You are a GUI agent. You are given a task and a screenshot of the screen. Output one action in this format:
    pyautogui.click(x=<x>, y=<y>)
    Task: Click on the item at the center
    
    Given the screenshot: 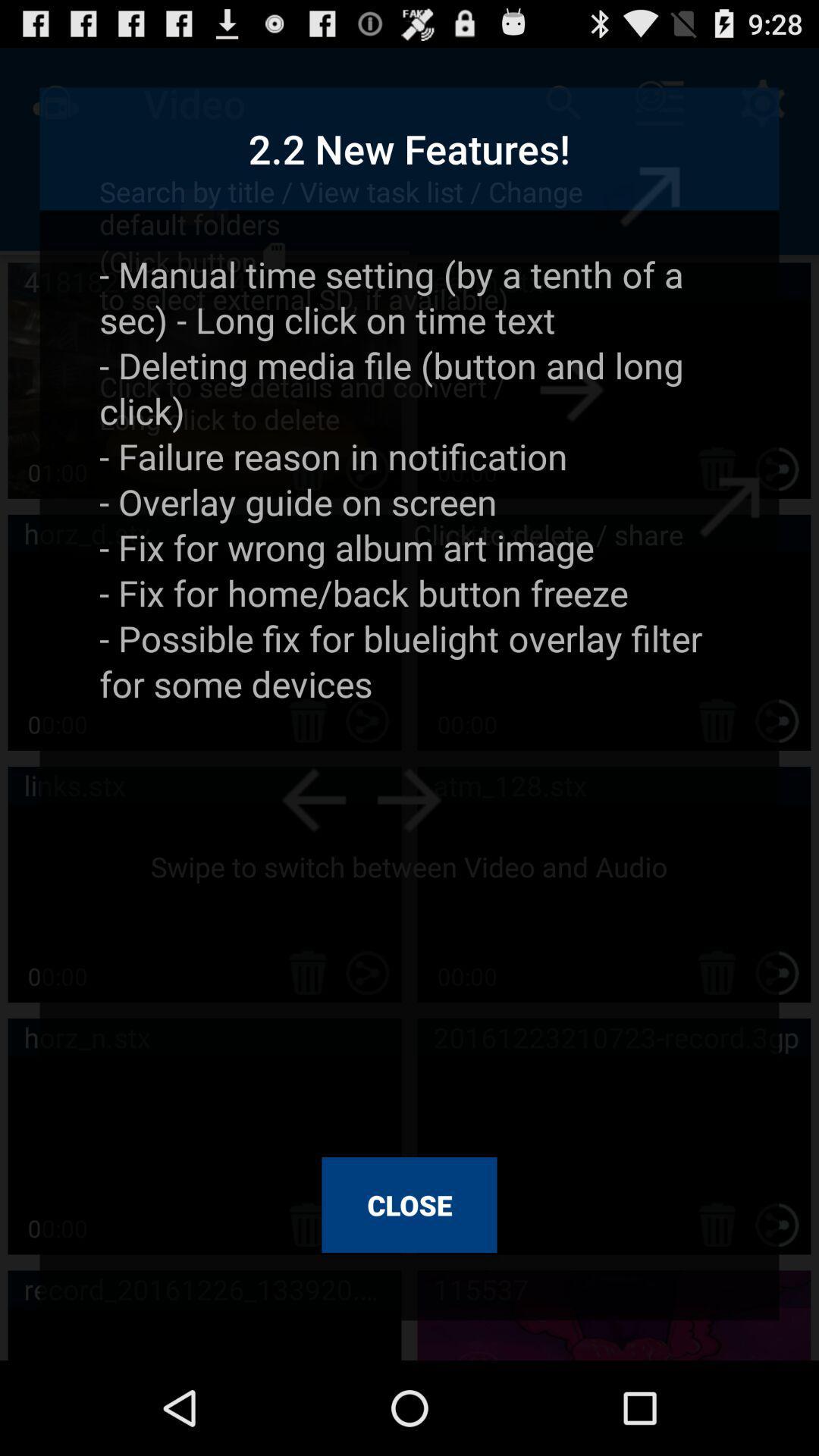 What is the action you would take?
    pyautogui.click(x=409, y=693)
    